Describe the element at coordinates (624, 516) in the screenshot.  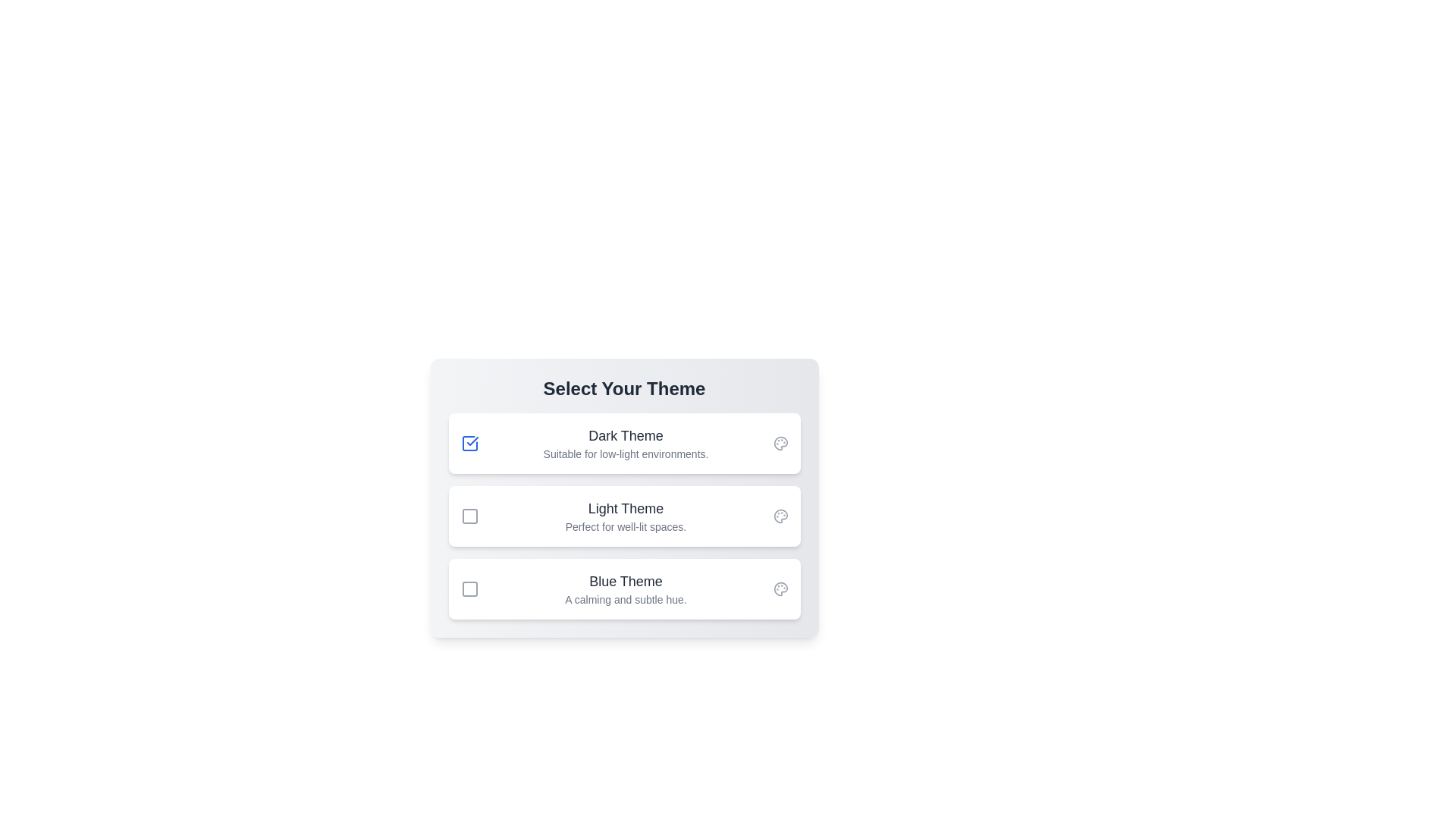
I see `the description of the theme titled 'Light Theme'` at that location.